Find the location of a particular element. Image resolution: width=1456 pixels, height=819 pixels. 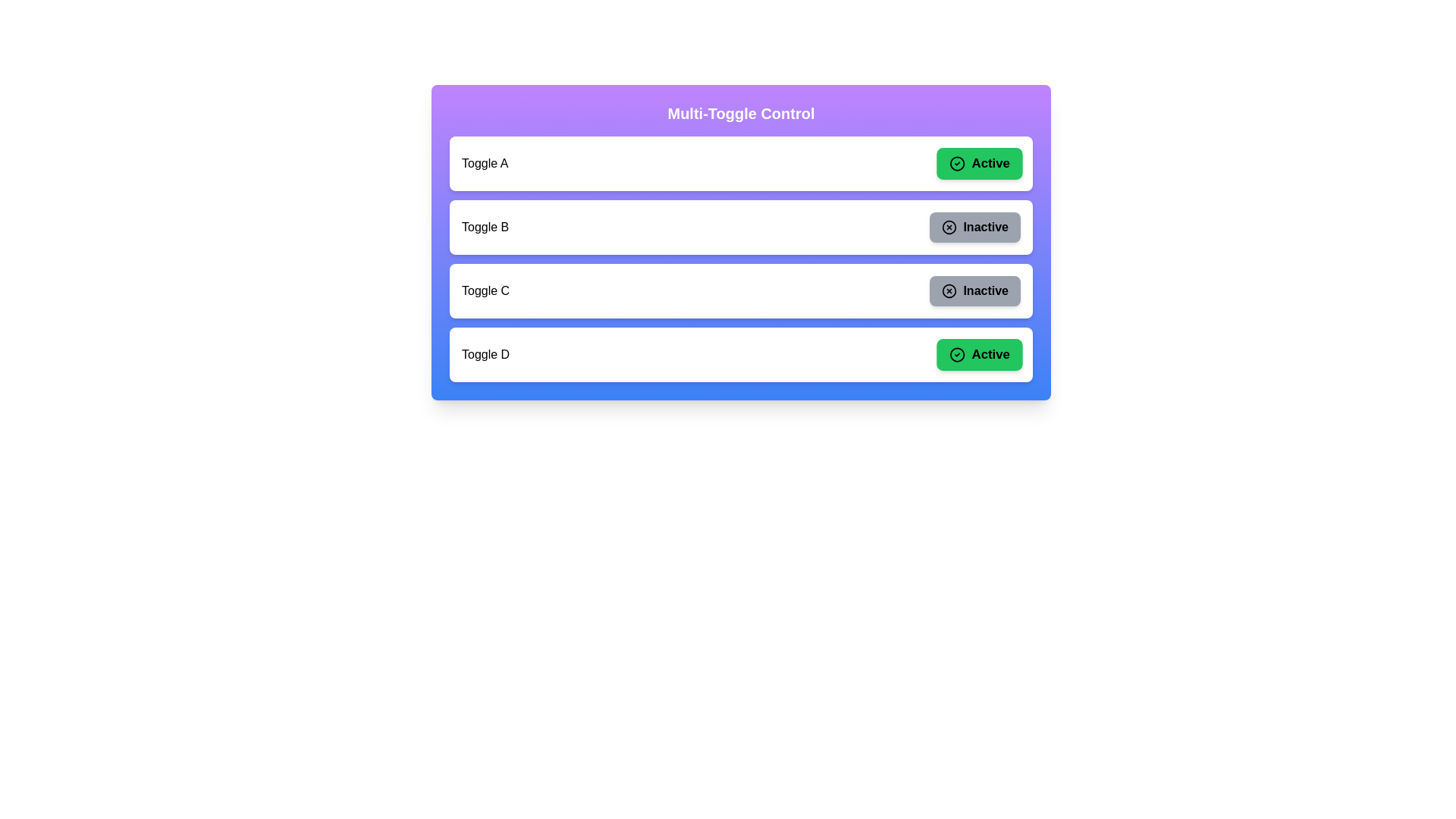

the 'Active' toggle button located next to the label 'Toggle D' is located at coordinates (979, 354).